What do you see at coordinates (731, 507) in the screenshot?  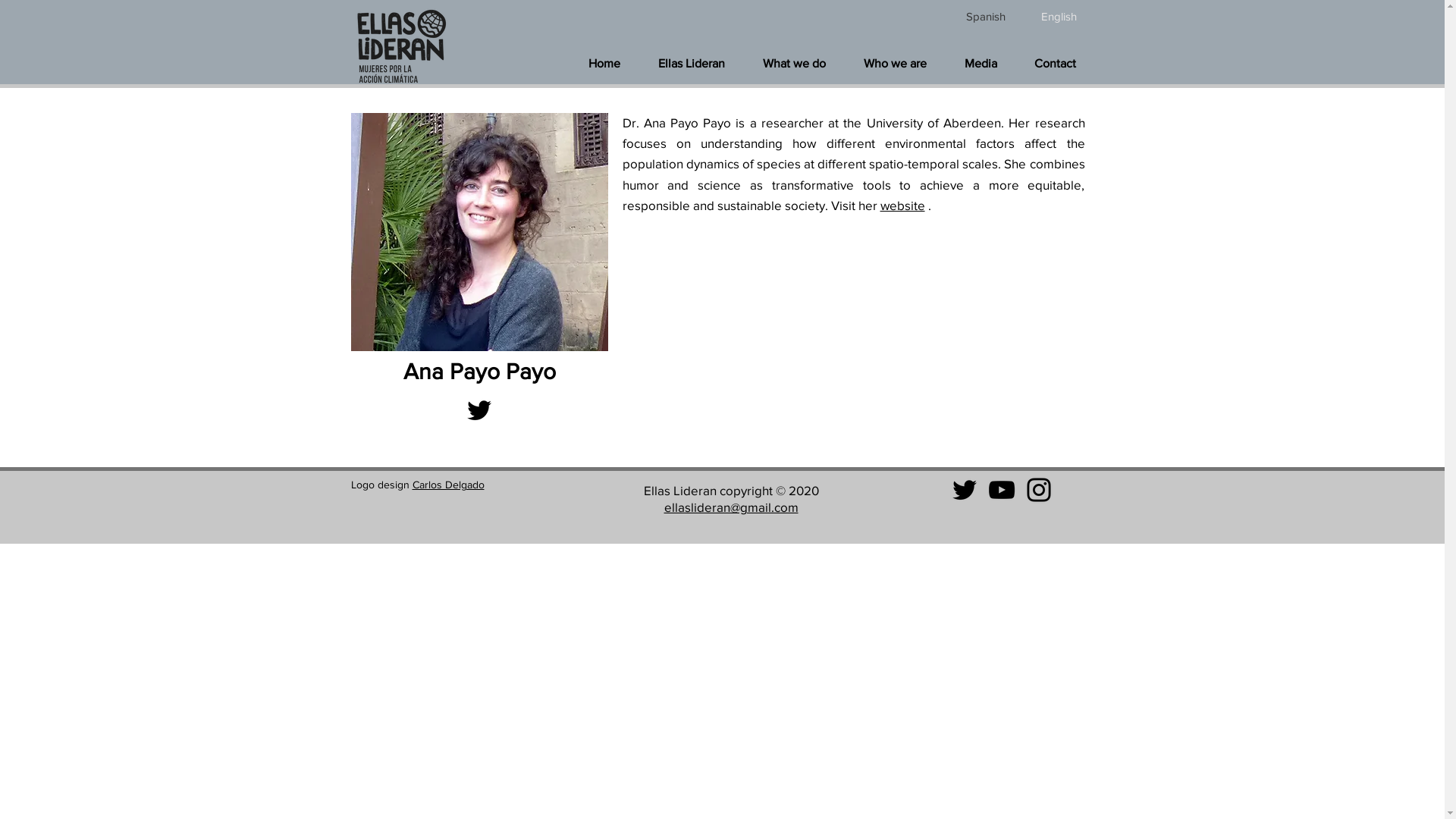 I see `'ellaslideran@gmail.com'` at bounding box center [731, 507].